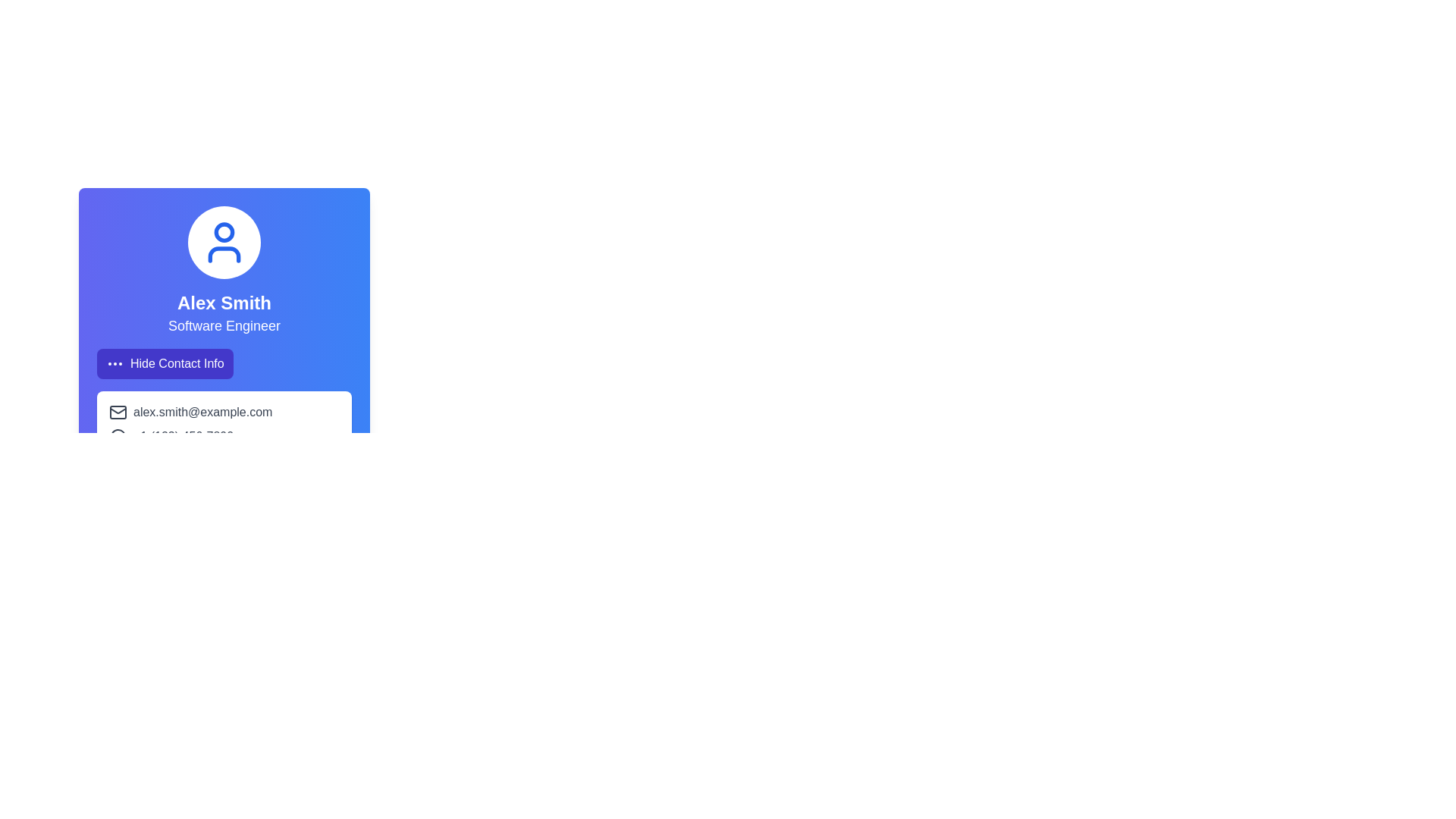 The height and width of the screenshot is (819, 1456). Describe the element at coordinates (165, 363) in the screenshot. I see `the button with rounded corners and a blue background that says 'Hide Contact Info', which is located below the text 'Software Engineer'` at that location.